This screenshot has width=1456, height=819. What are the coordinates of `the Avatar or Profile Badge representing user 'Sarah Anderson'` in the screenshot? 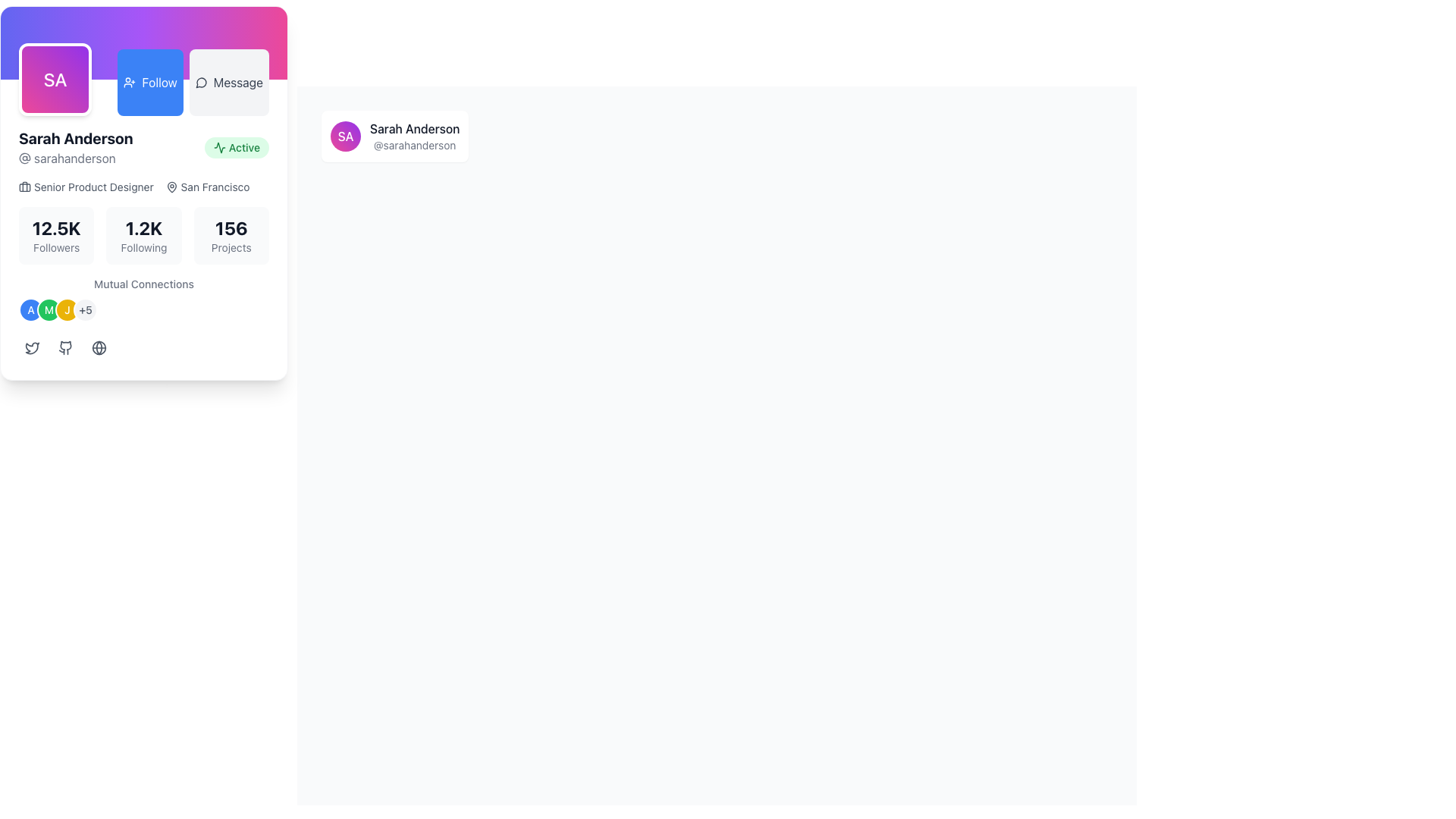 It's located at (345, 136).